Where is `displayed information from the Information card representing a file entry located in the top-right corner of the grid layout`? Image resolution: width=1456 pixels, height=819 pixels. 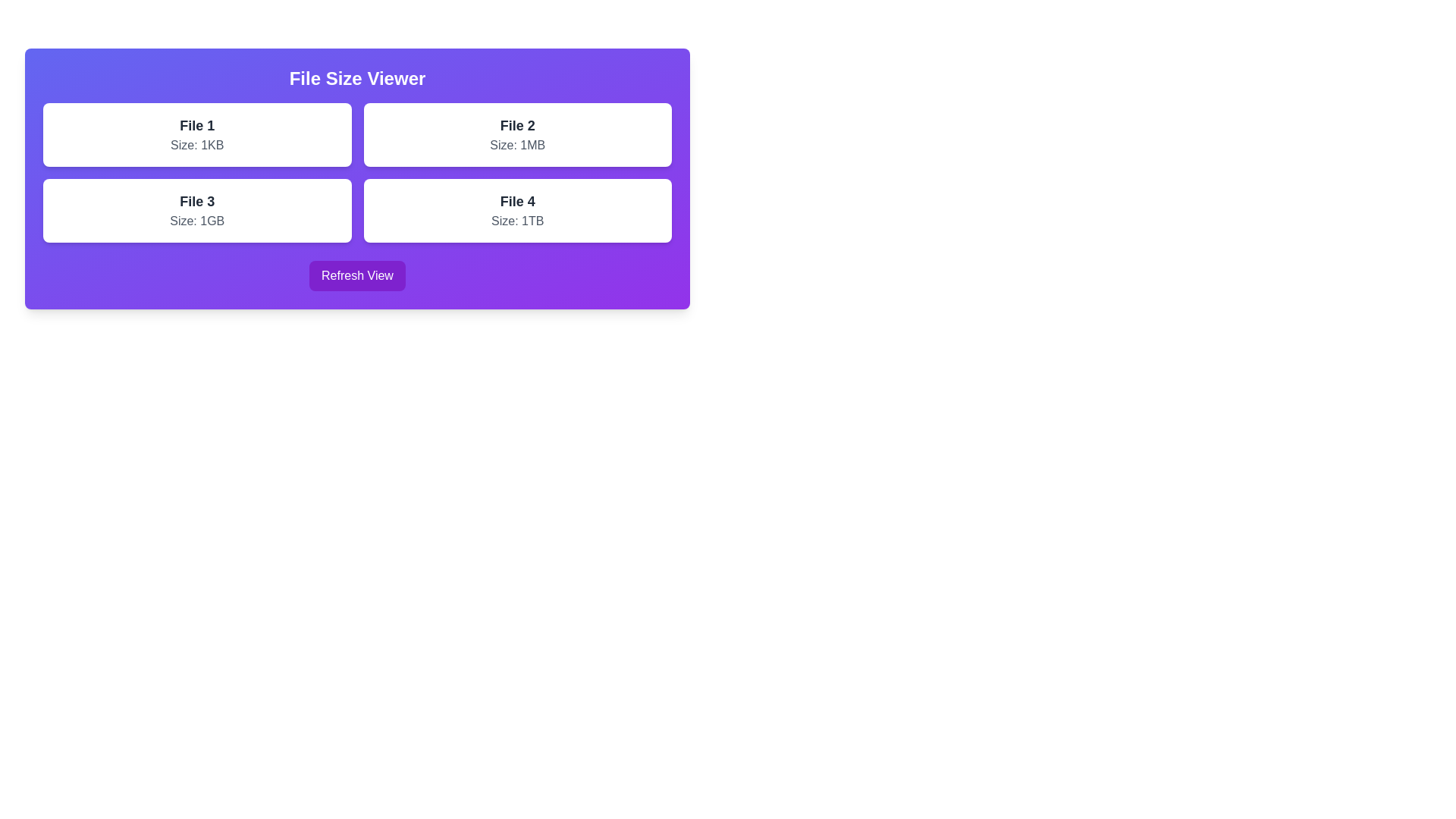
displayed information from the Information card representing a file entry located in the top-right corner of the grid layout is located at coordinates (517, 133).